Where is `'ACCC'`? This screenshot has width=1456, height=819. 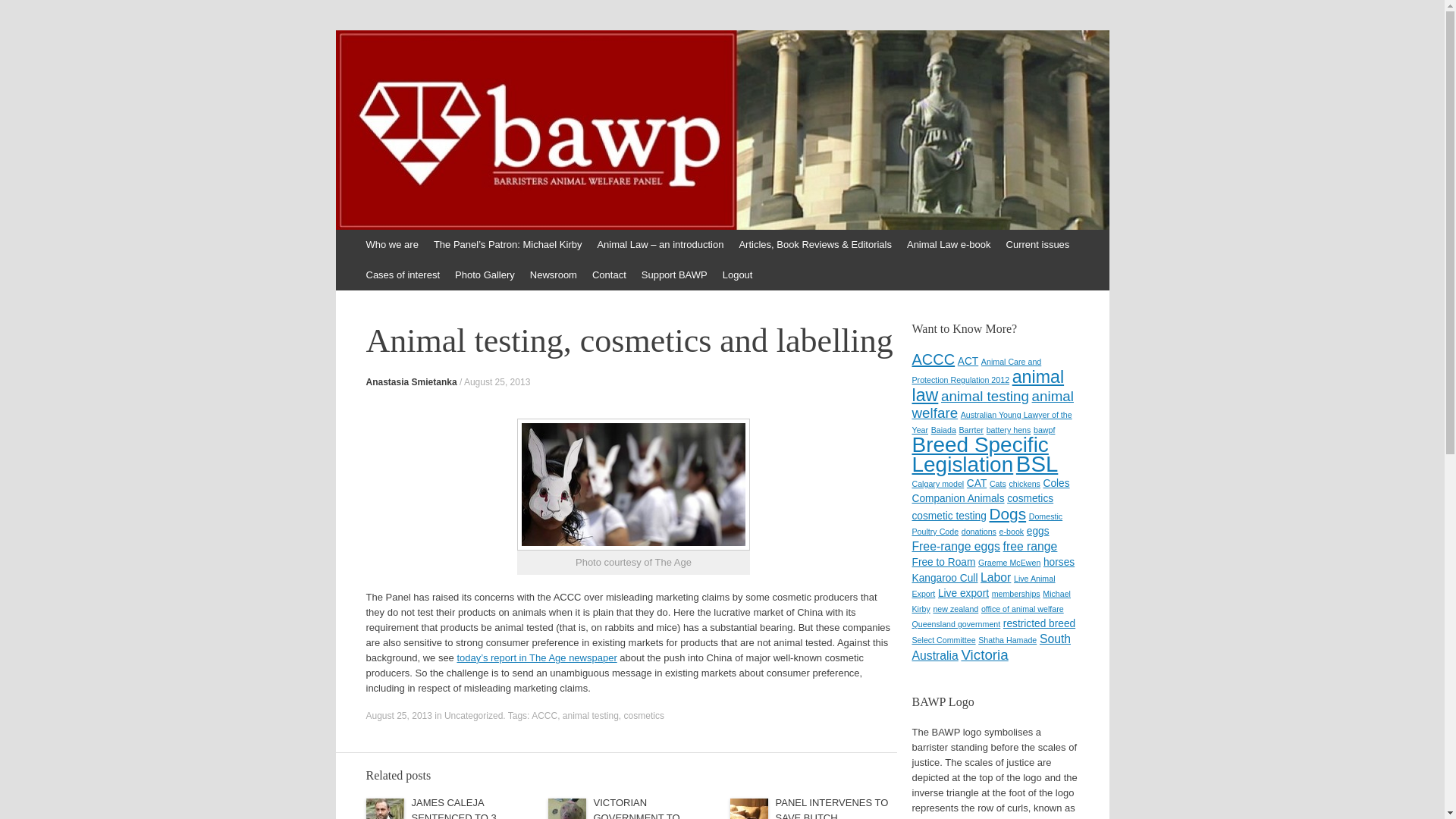
'ACCC' is located at coordinates (932, 359).